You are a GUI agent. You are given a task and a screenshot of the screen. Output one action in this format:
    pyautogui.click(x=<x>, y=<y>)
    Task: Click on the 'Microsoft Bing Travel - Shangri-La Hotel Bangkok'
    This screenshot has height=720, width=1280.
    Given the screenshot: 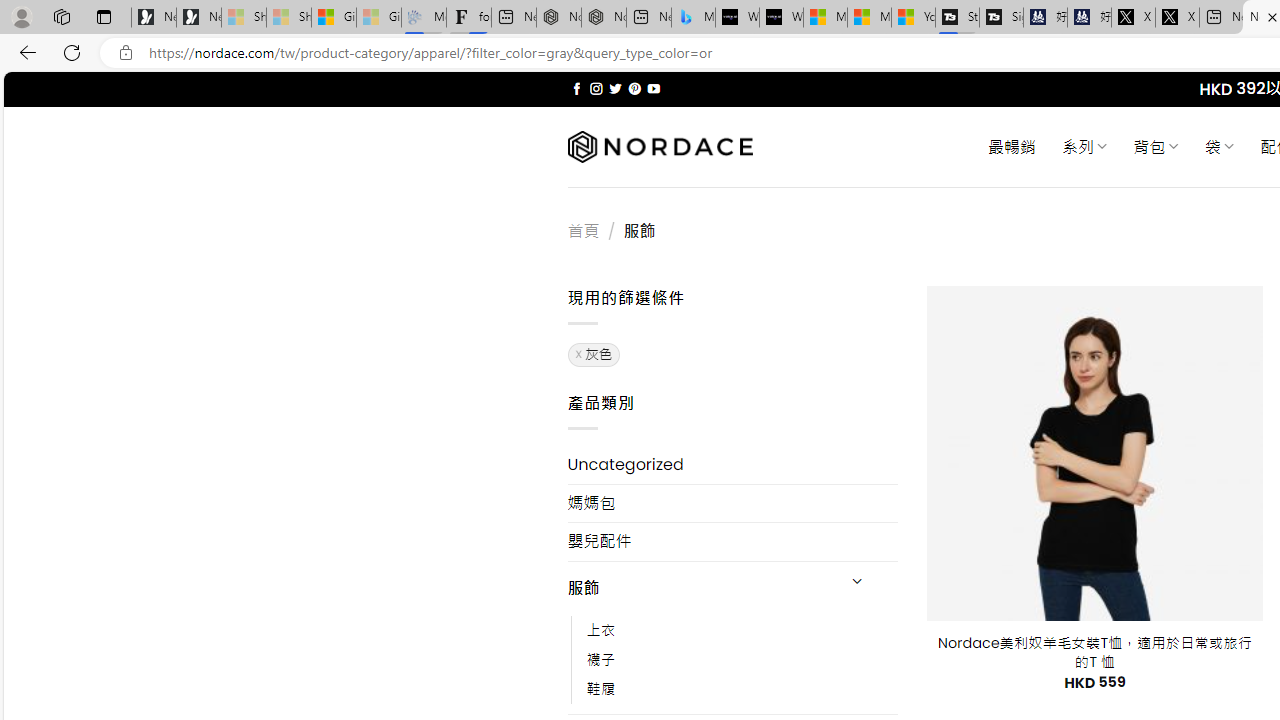 What is the action you would take?
    pyautogui.click(x=693, y=17)
    